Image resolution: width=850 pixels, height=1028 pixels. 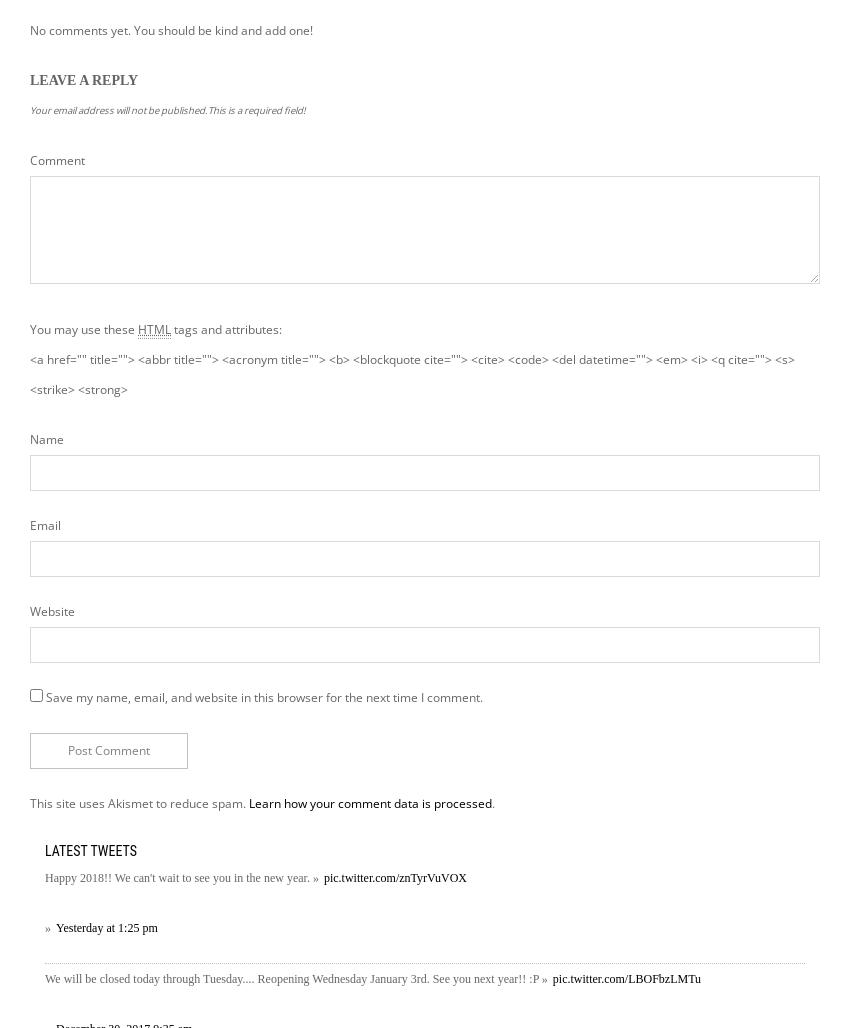 What do you see at coordinates (323, 875) in the screenshot?
I see `'pic.twitter.com/znTyrVuVOX'` at bounding box center [323, 875].